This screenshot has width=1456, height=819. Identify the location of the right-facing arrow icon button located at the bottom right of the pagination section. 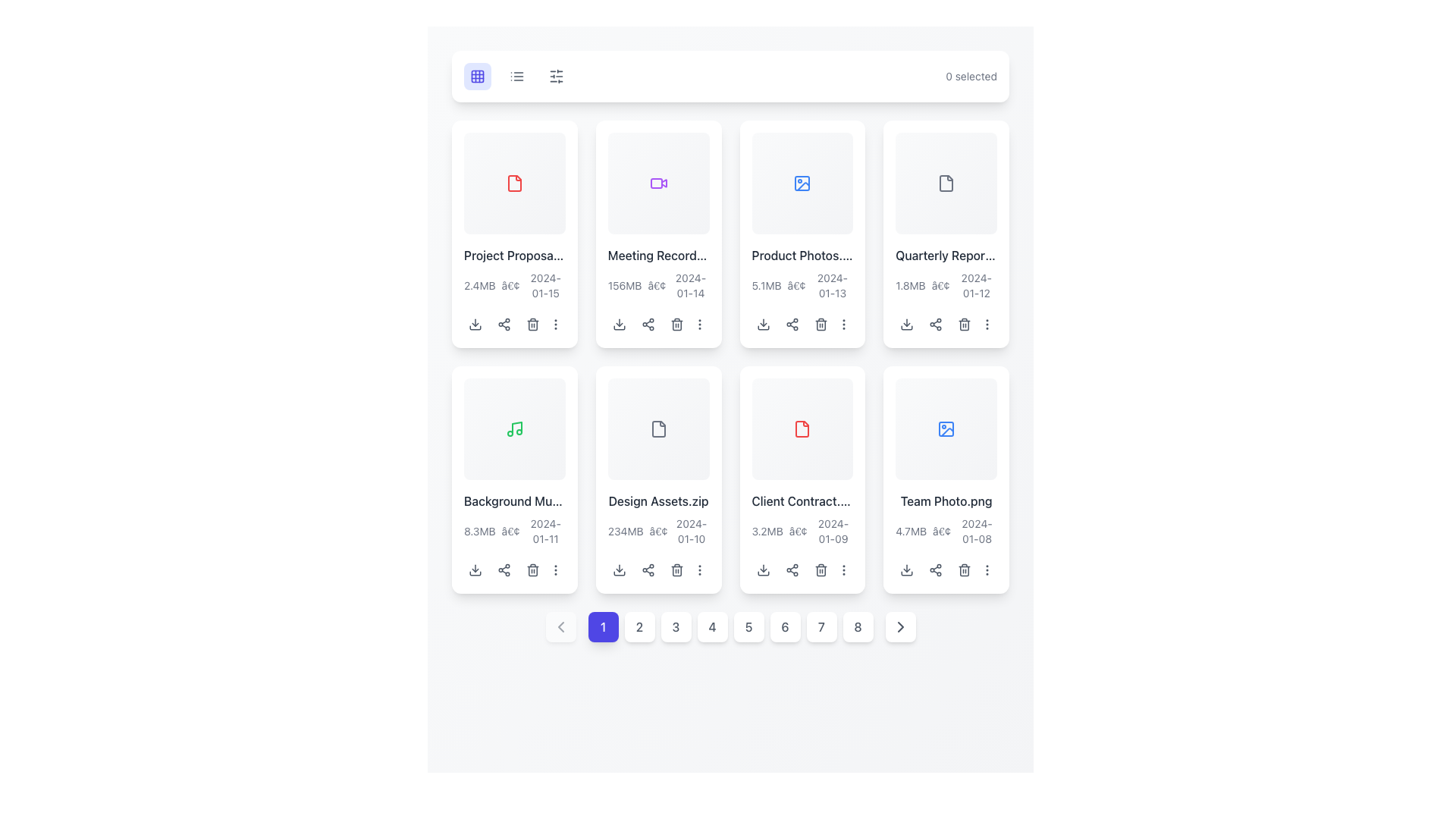
(900, 626).